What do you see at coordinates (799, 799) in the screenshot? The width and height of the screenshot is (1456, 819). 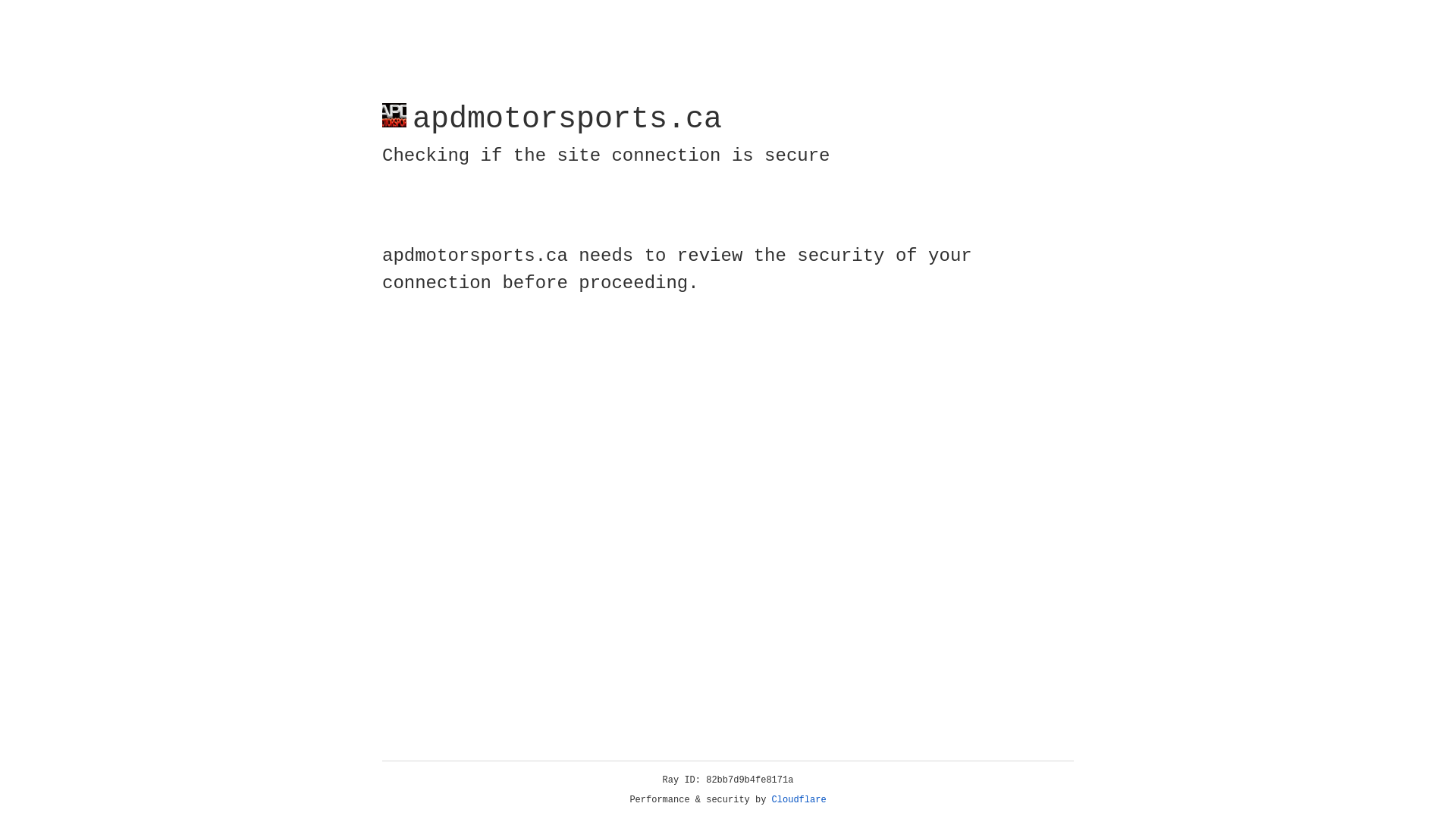 I see `'Cloudflare'` at bounding box center [799, 799].